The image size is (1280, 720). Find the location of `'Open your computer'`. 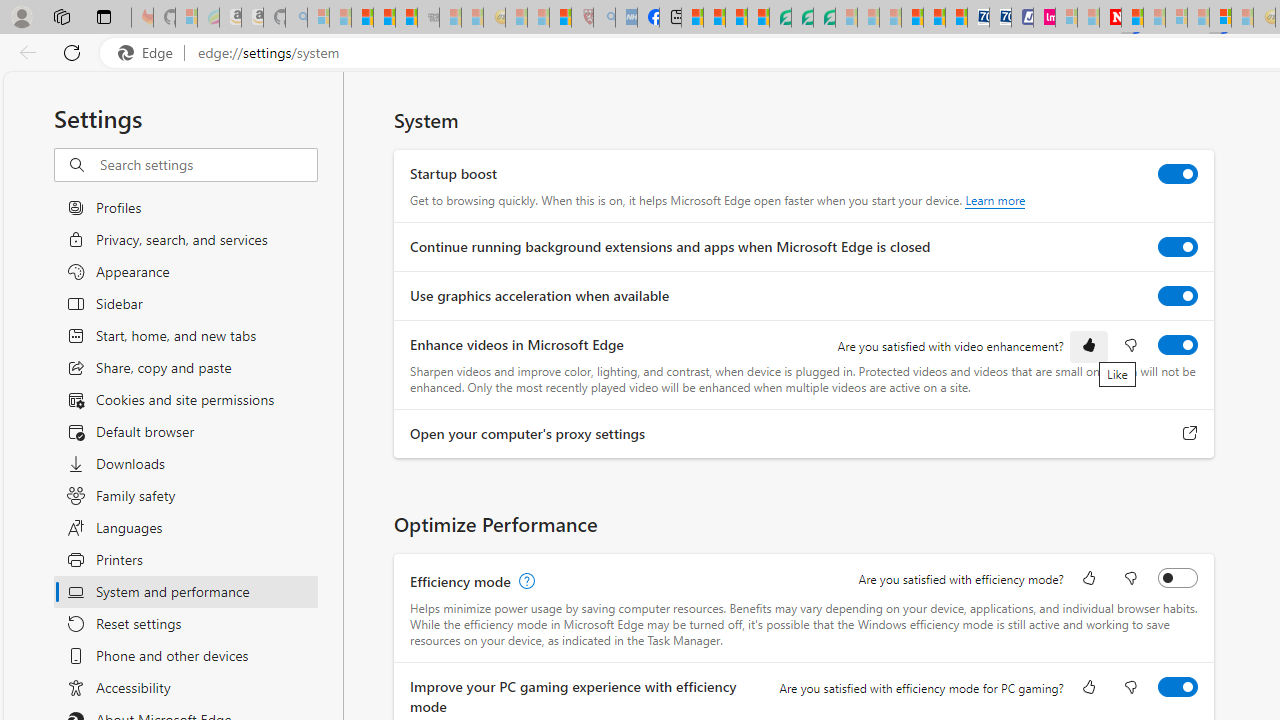

'Open your computer' is located at coordinates (1190, 433).